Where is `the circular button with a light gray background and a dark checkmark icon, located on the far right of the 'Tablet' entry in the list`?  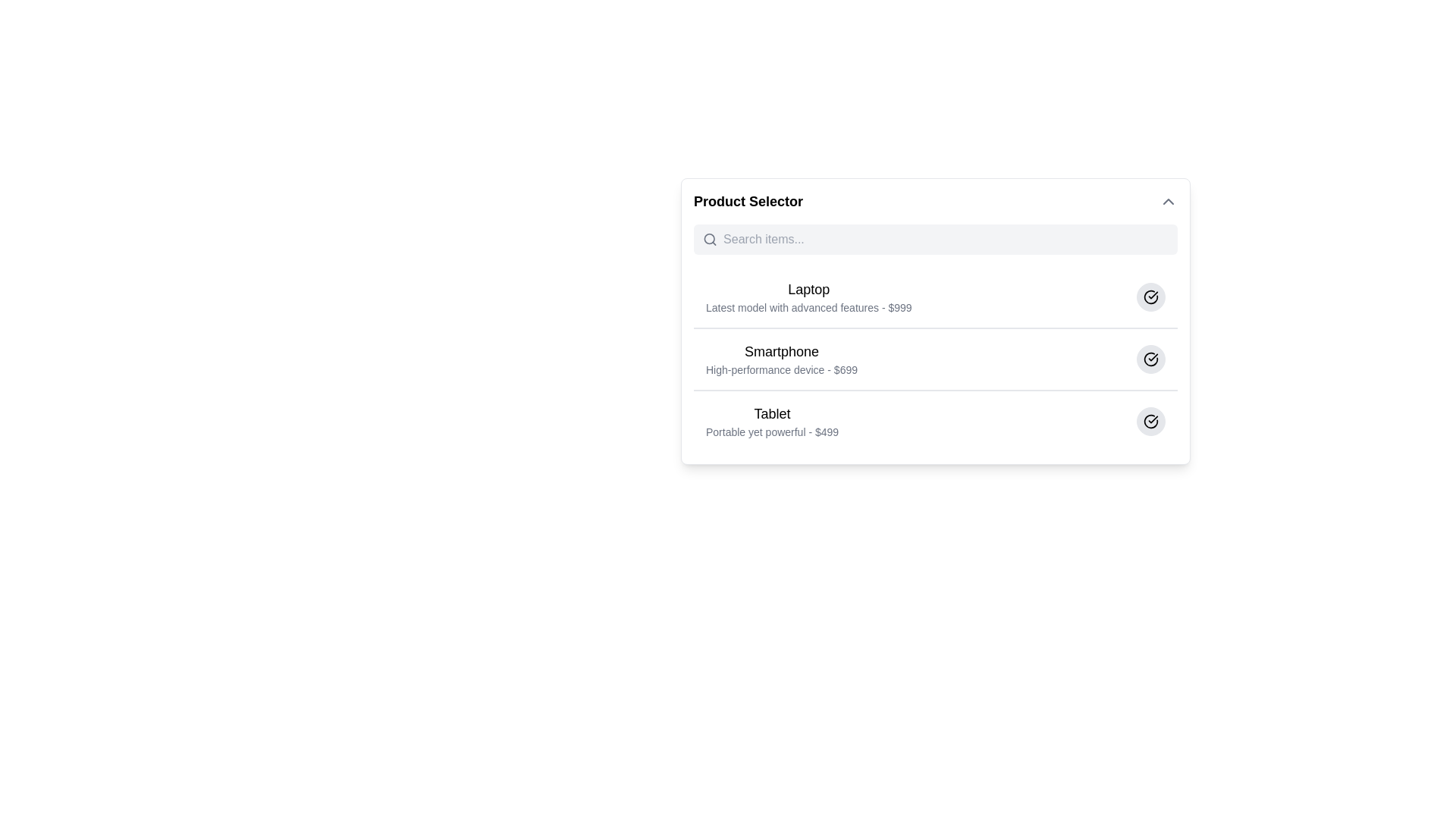
the circular button with a light gray background and a dark checkmark icon, located on the far right of the 'Tablet' entry in the list is located at coordinates (1150, 421).